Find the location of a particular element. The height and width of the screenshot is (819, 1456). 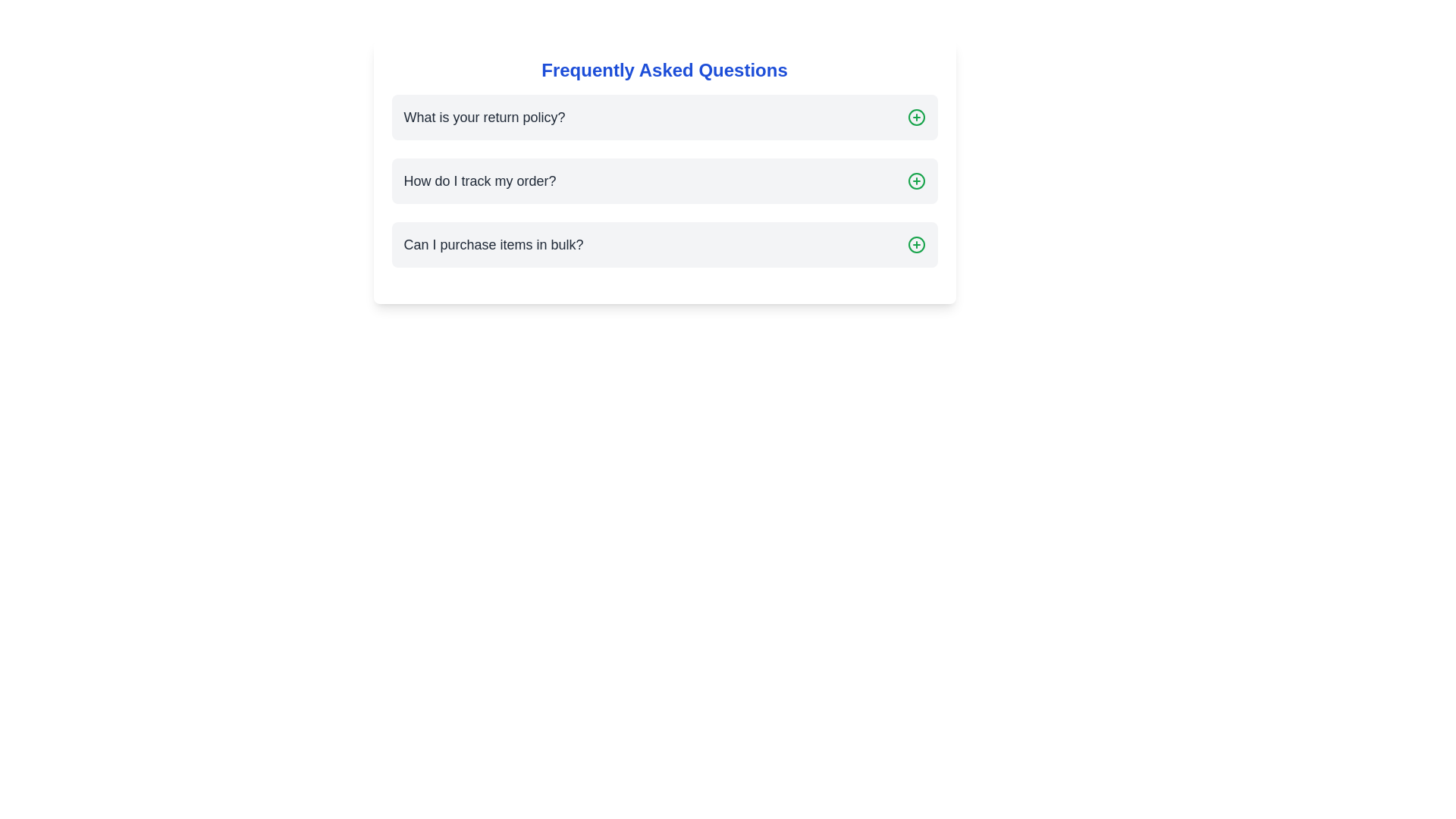

the circular graphical component with a green stroke in the SVG, located to the right of the question 'What is your return policy?' in the FAQs section is located at coordinates (915, 116).